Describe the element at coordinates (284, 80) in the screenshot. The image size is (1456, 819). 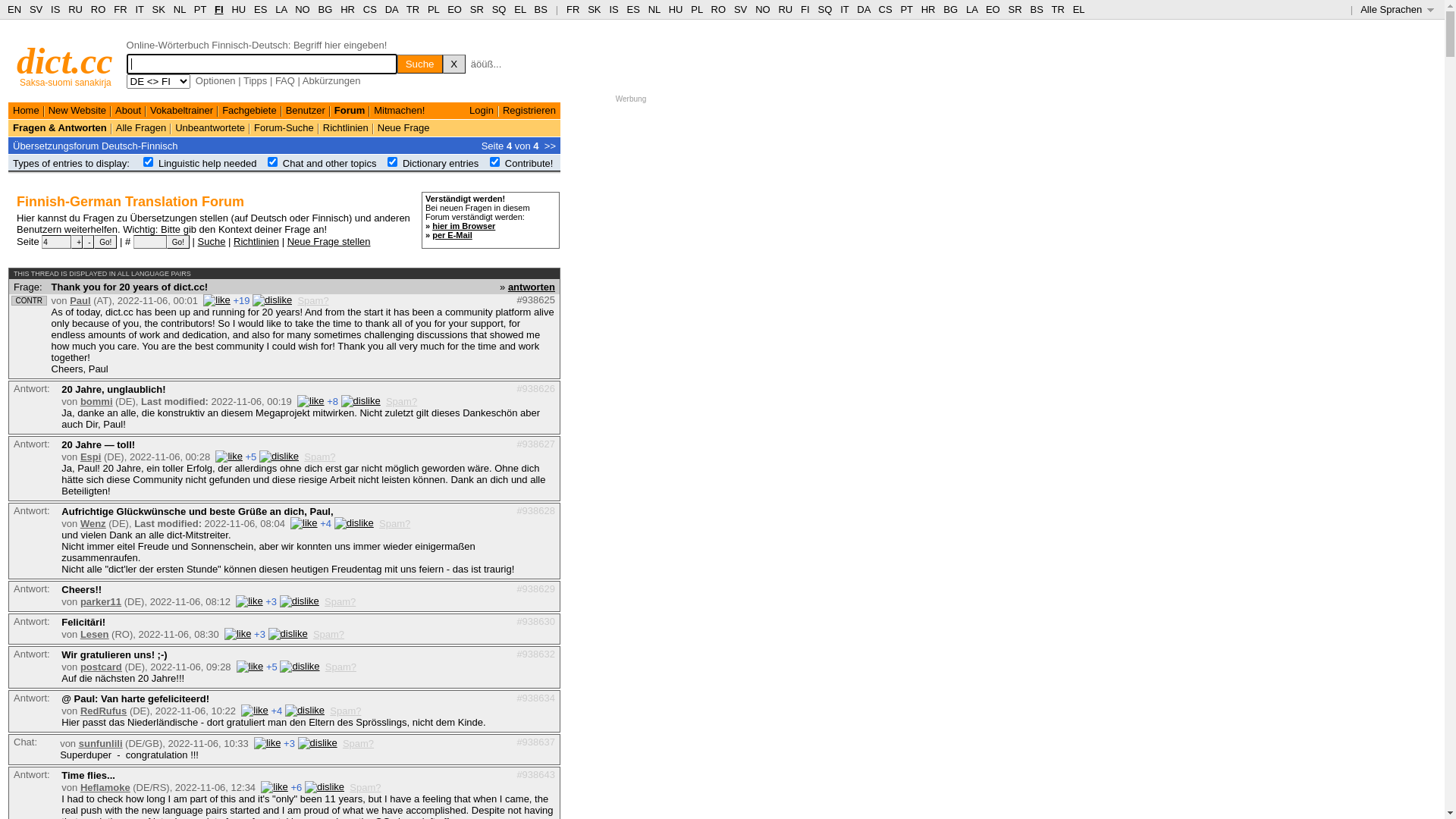
I see `'FAQ'` at that location.